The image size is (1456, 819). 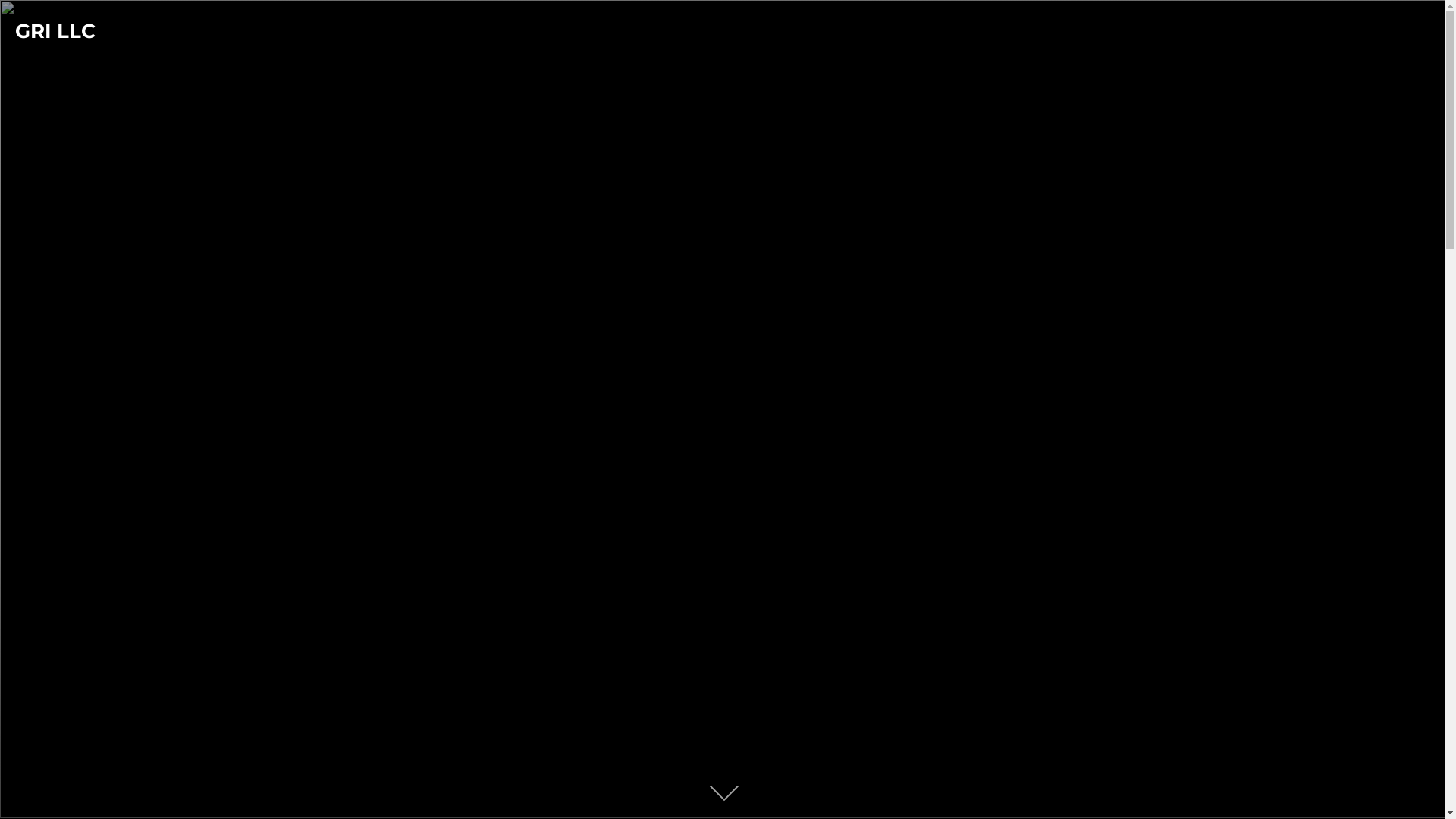 What do you see at coordinates (55, 31) in the screenshot?
I see `'GRI LLC'` at bounding box center [55, 31].